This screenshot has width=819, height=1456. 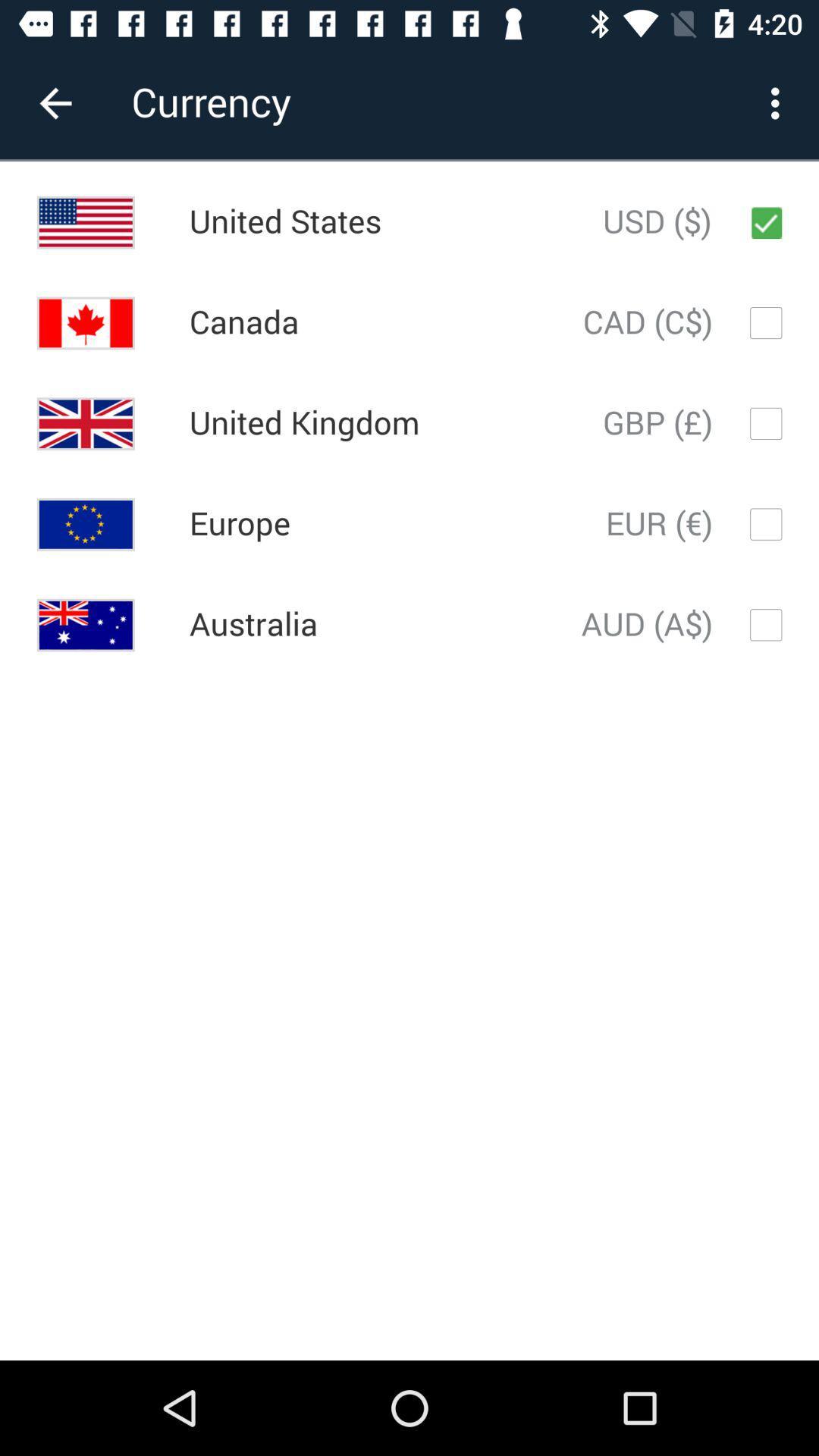 I want to click on the icon to the left of aud (a$), so click(x=253, y=625).